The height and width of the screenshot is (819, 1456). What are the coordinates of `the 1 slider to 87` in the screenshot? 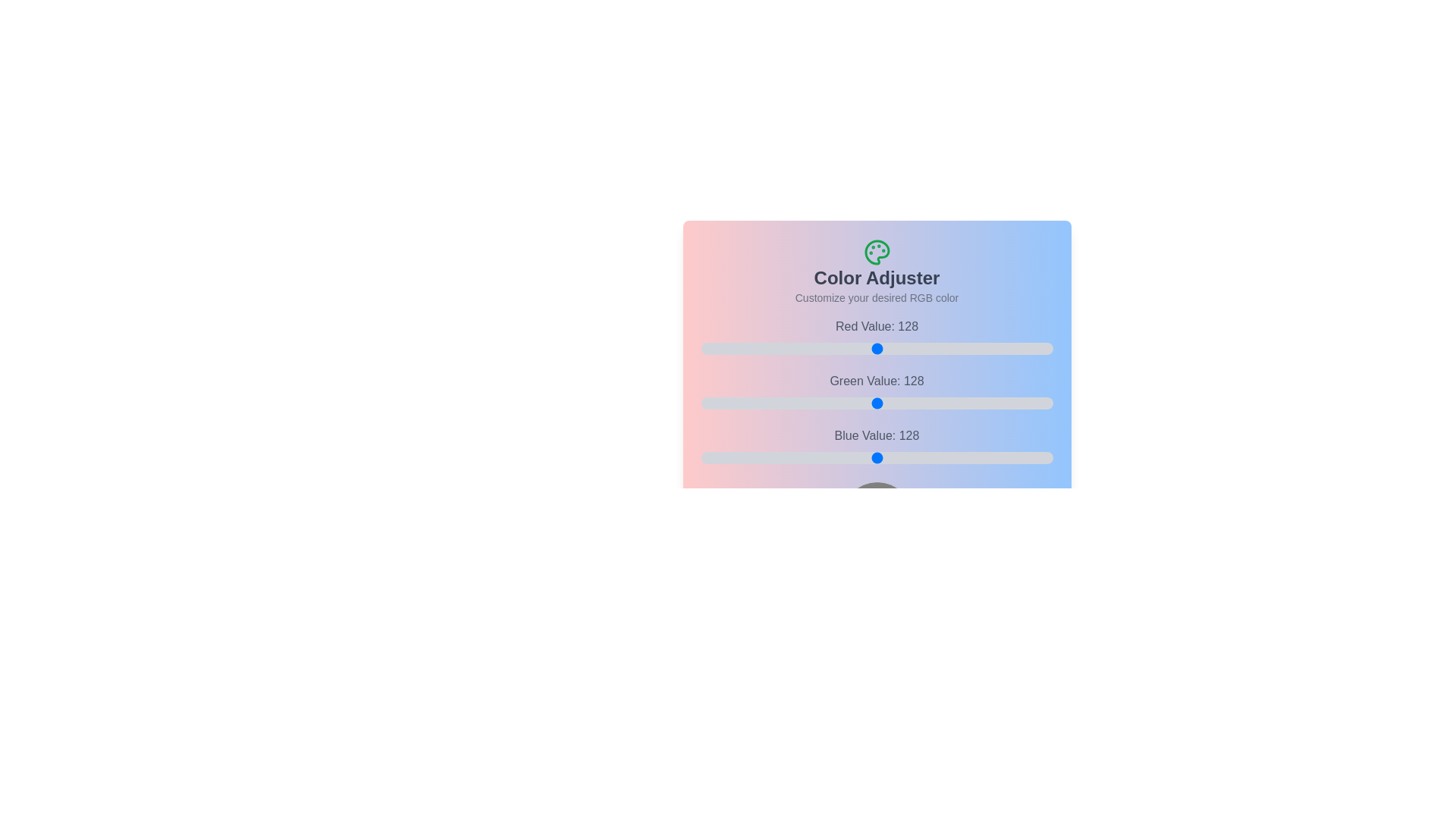 It's located at (936, 403).